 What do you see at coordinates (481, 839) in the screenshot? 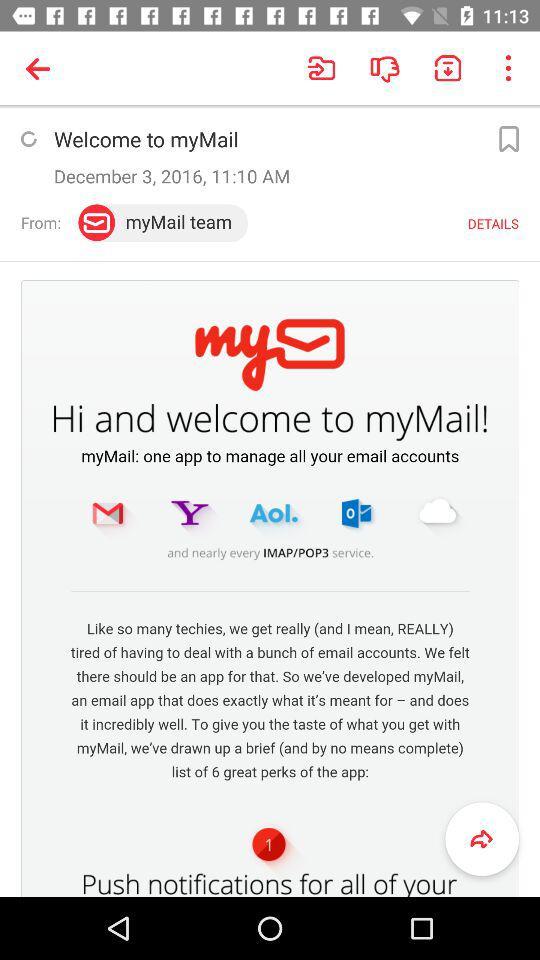
I see `the arrow_forward icon` at bounding box center [481, 839].